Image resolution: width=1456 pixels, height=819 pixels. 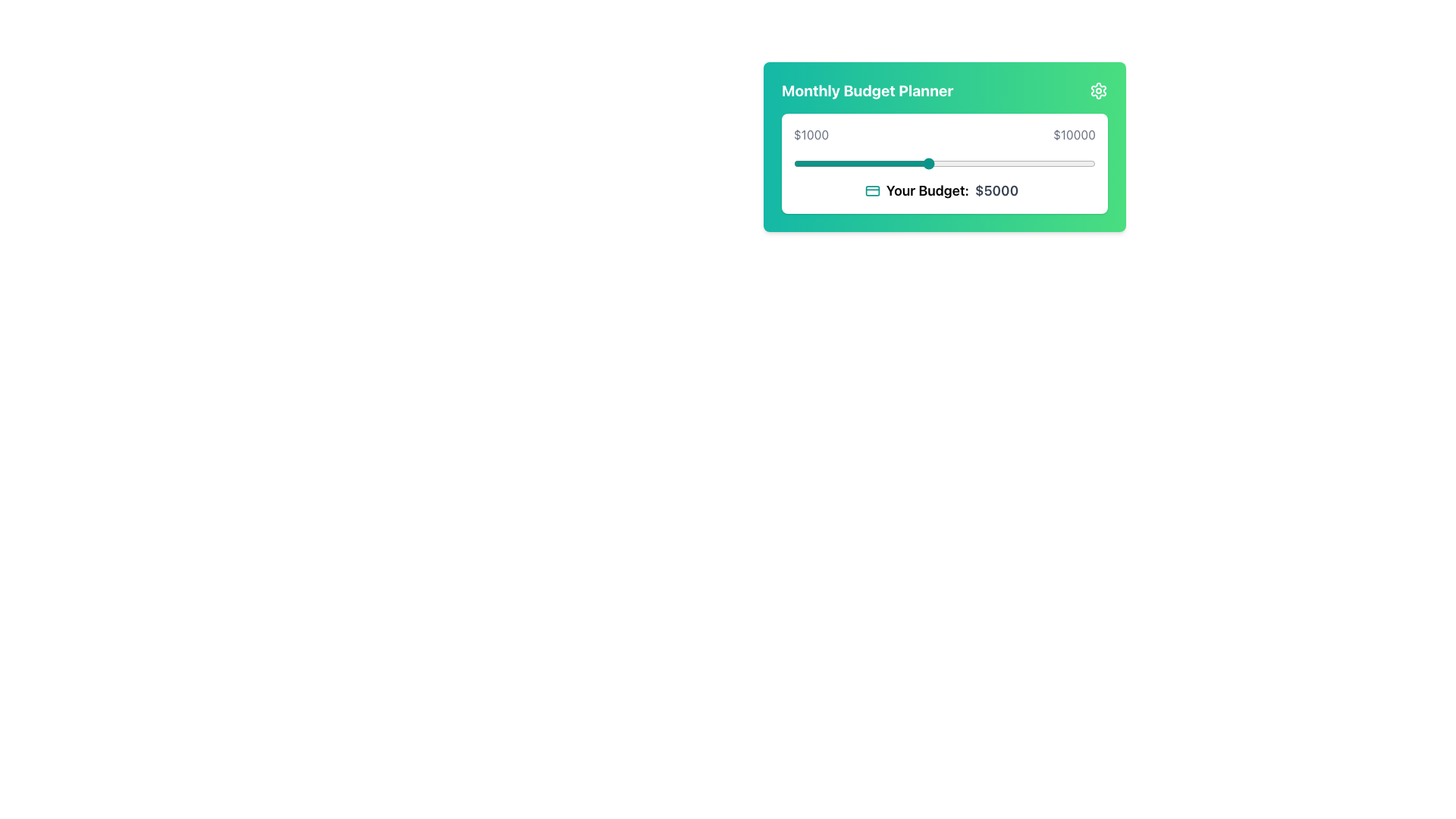 What do you see at coordinates (1099, 90) in the screenshot?
I see `the settings icon button located` at bounding box center [1099, 90].